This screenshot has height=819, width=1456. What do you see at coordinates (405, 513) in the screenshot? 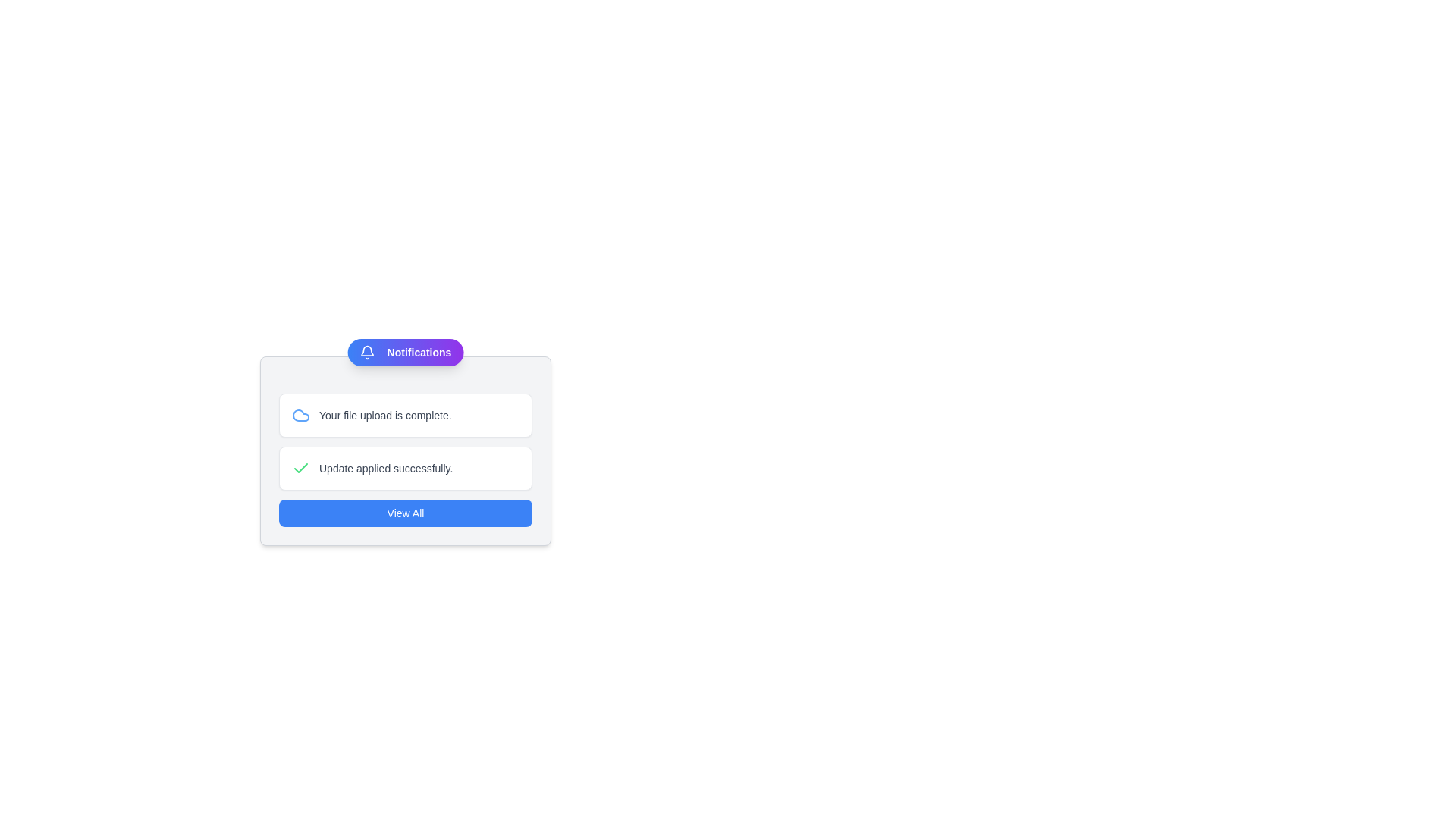
I see `the rectangular button with rounded corners and blue background that contains the text 'View All'` at bounding box center [405, 513].